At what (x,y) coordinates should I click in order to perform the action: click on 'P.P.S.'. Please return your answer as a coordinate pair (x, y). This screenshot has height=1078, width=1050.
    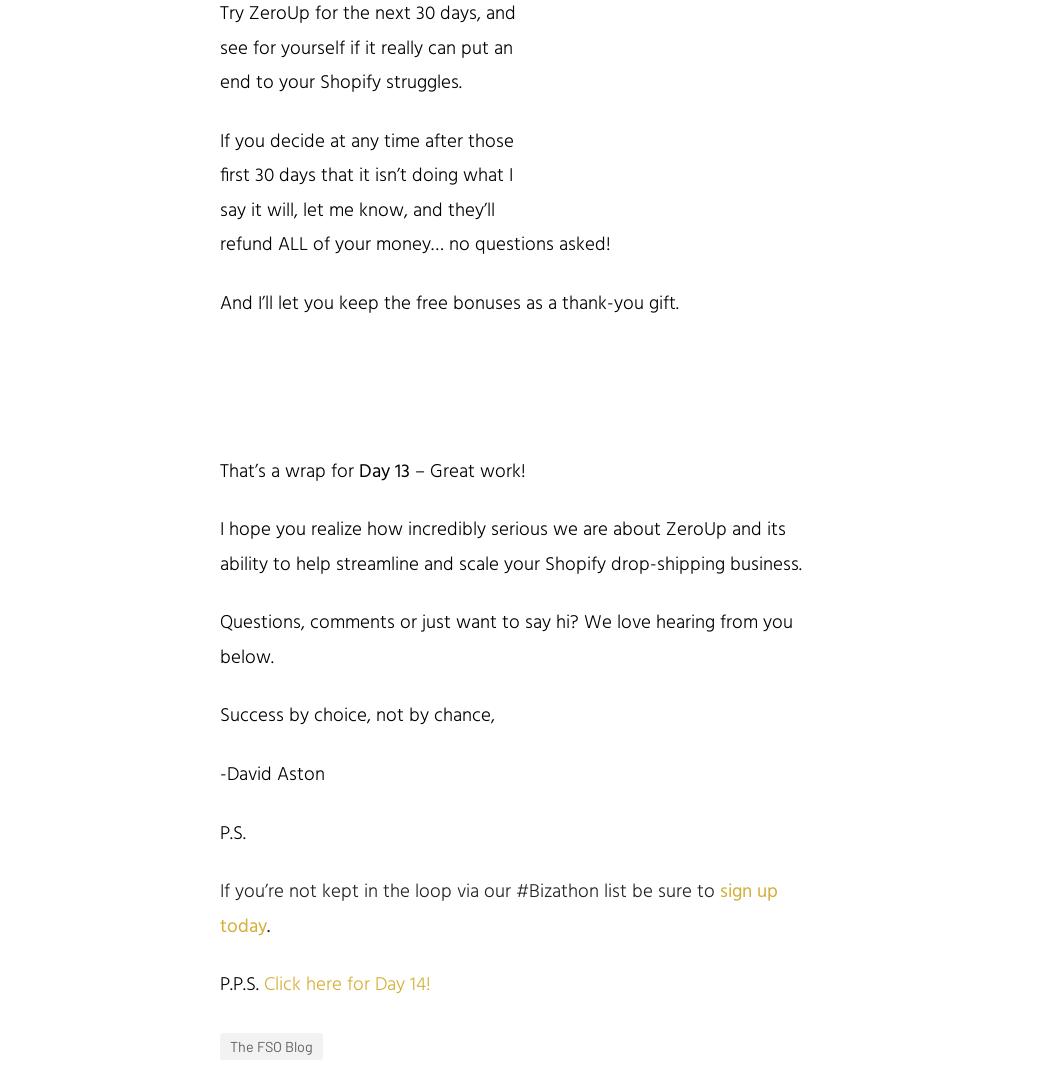
    Looking at the image, I should click on (242, 984).